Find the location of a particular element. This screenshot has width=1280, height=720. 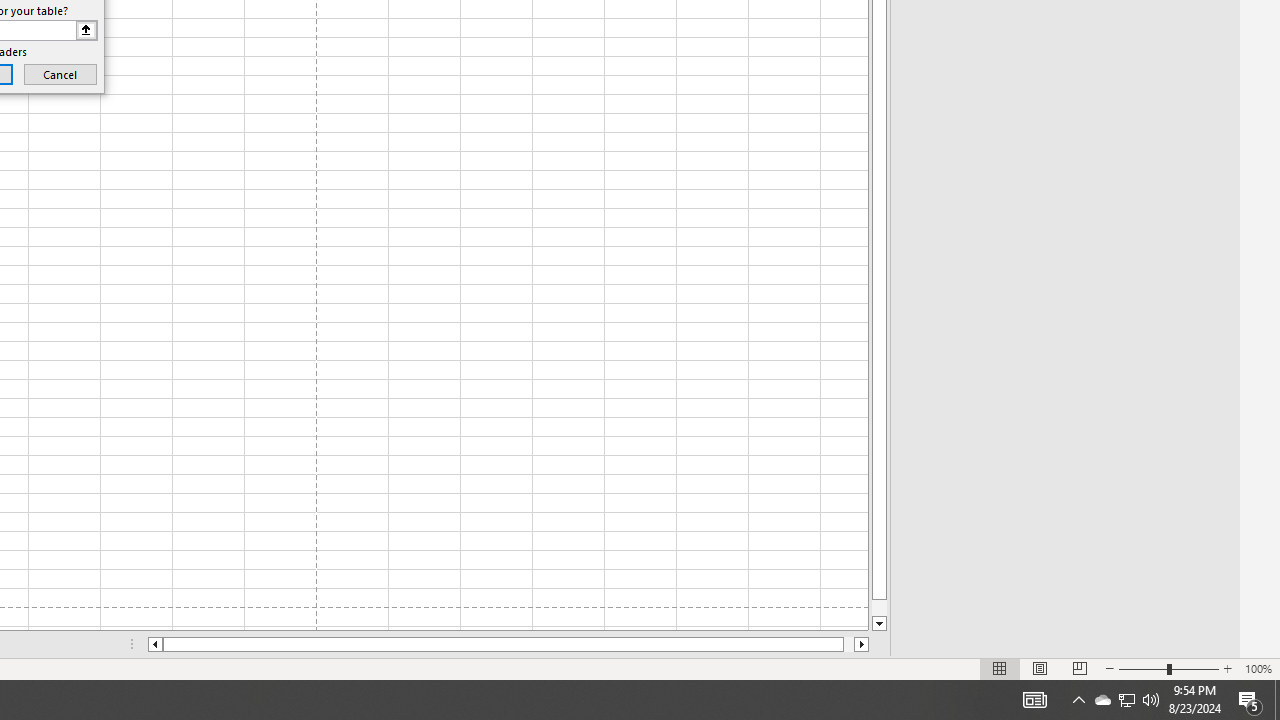

'Line down' is located at coordinates (879, 623).